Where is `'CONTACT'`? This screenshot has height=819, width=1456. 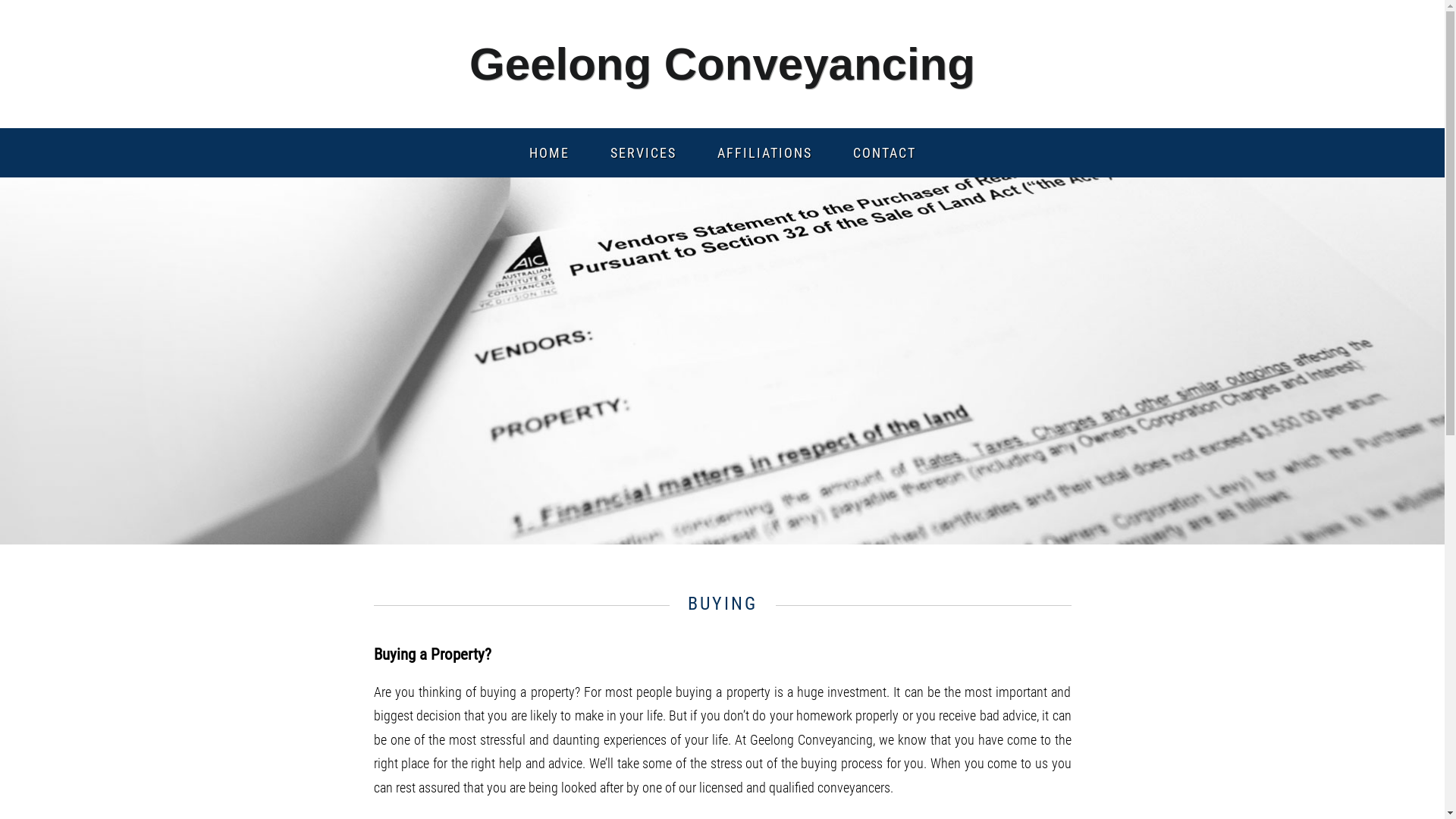 'CONTACT' is located at coordinates (884, 152).